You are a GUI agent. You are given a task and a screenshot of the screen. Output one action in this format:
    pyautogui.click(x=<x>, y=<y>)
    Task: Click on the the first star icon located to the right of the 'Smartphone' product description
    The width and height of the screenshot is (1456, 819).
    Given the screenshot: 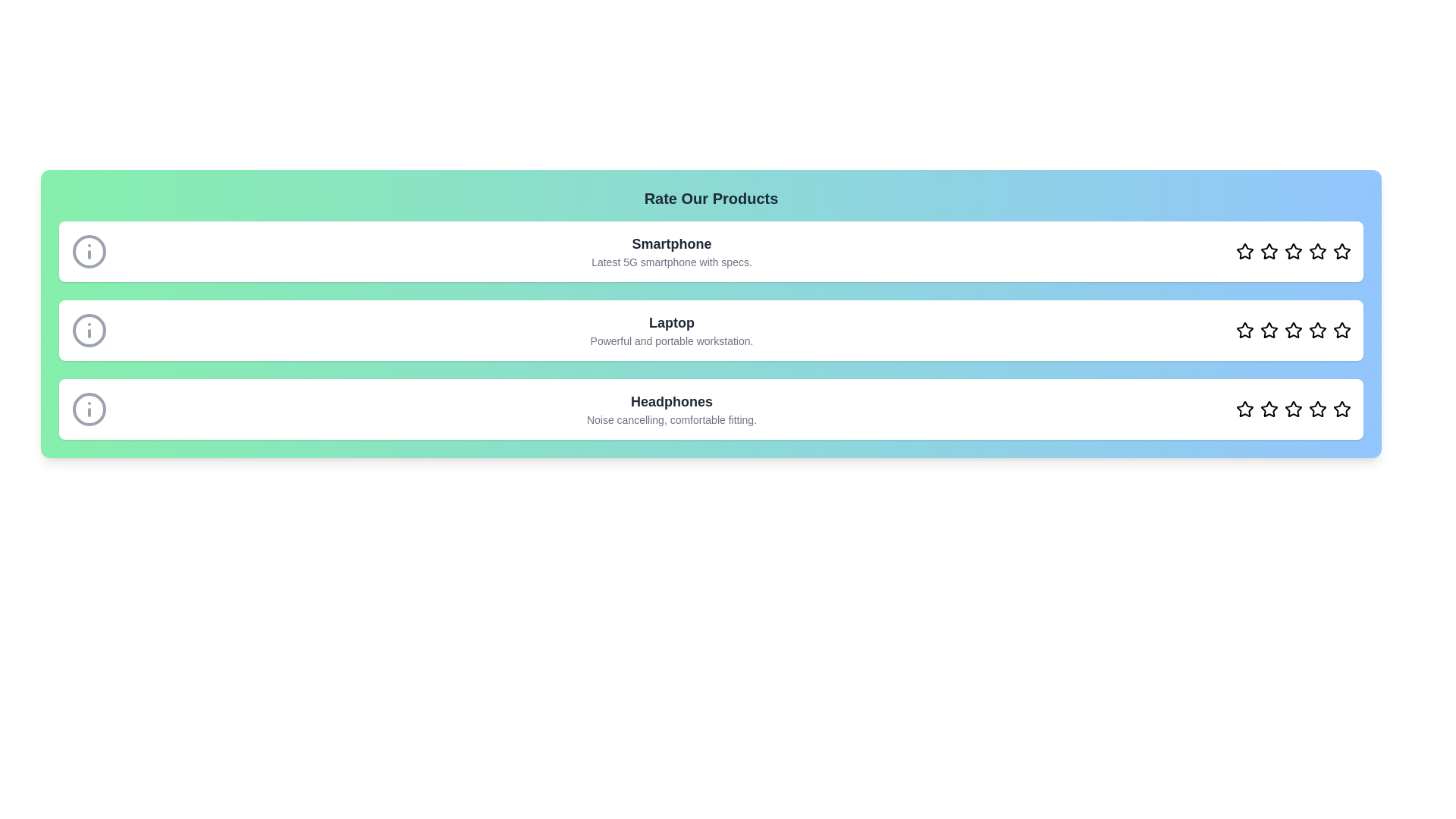 What is the action you would take?
    pyautogui.click(x=1244, y=250)
    